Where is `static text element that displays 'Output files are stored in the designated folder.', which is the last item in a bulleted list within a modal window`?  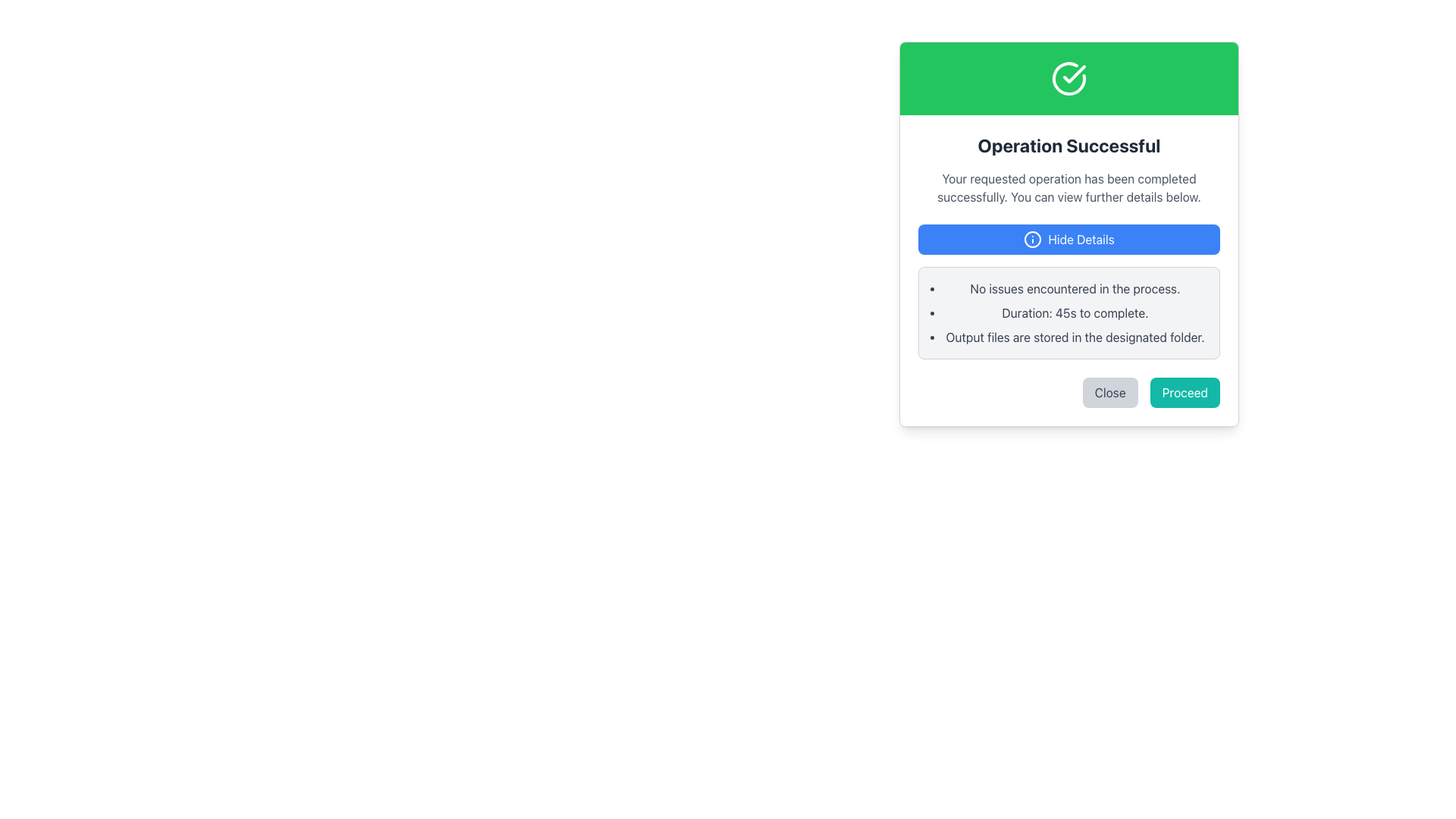 static text element that displays 'Output files are stored in the designated folder.', which is the last item in a bulleted list within a modal window is located at coordinates (1074, 336).